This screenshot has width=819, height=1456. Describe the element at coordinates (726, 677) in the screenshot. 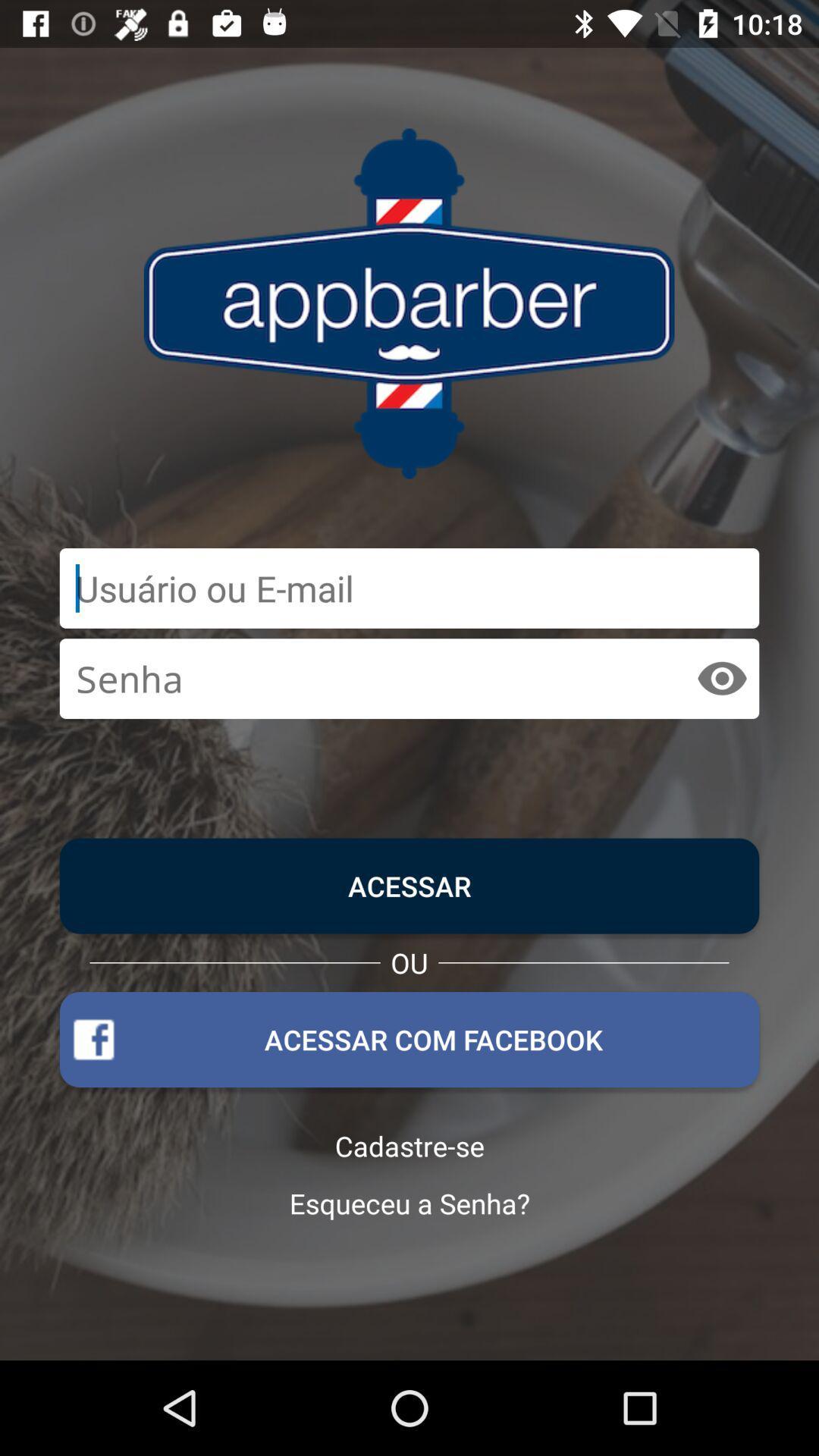

I see `the visibility icon` at that location.